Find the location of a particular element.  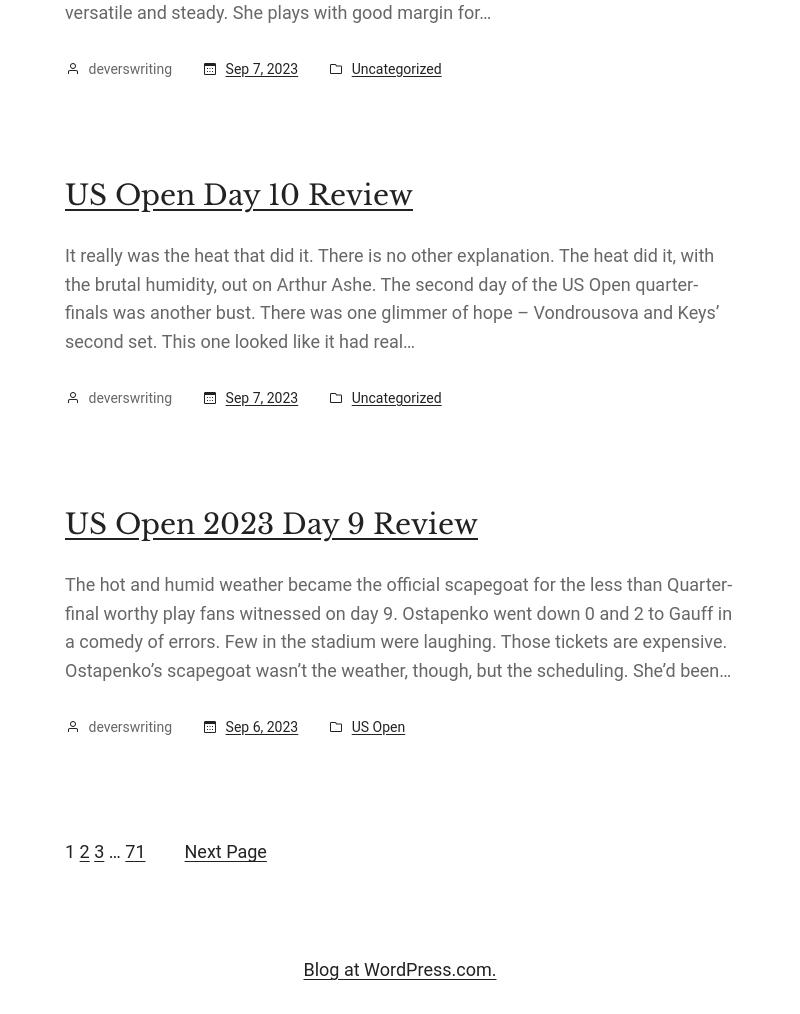

'Blog at WordPress.com.' is located at coordinates (398, 969).